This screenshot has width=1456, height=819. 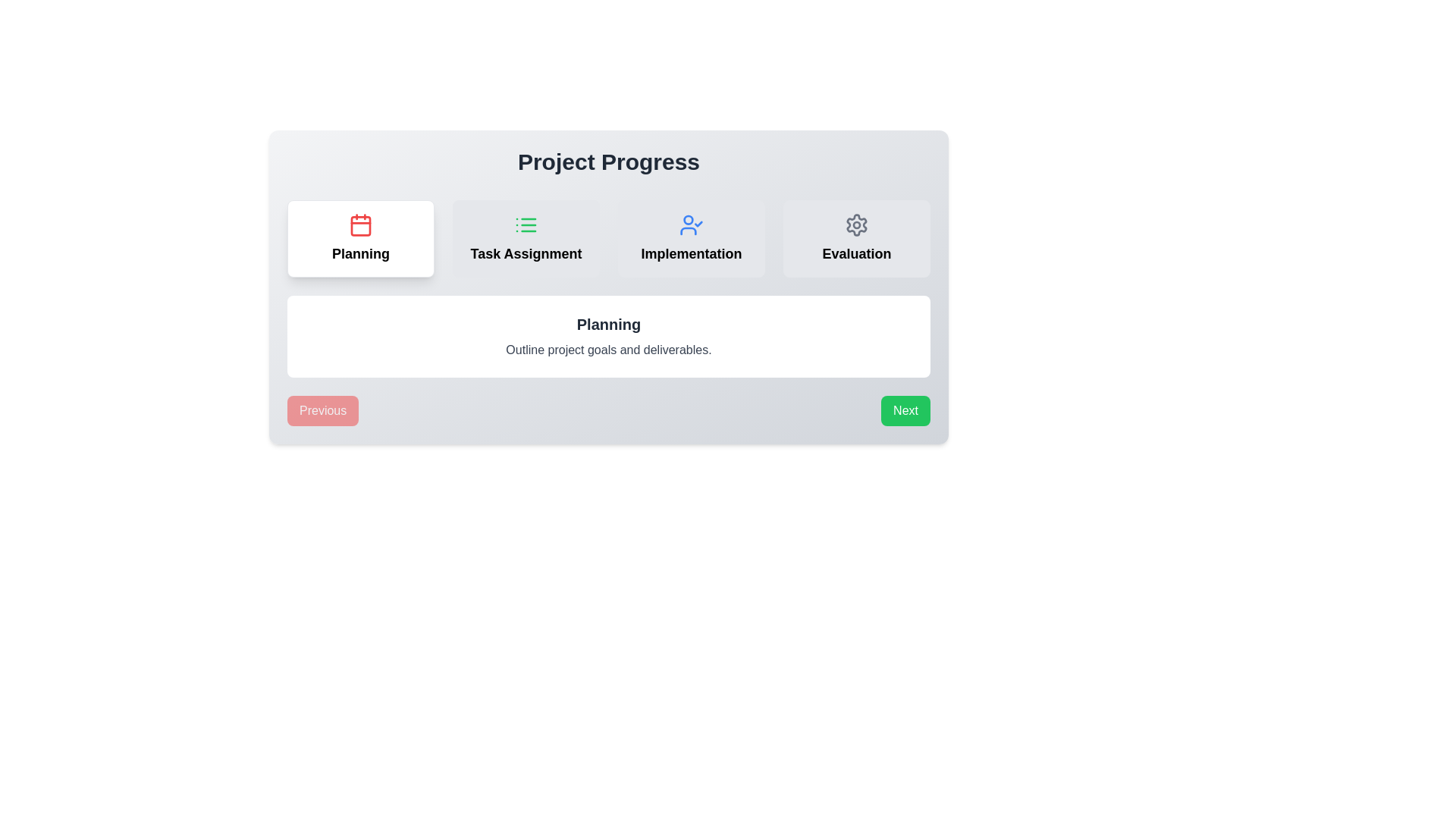 What do you see at coordinates (322, 411) in the screenshot?
I see `the 'Previous' button, which is a red button with white text, located at the bottom left corner of a card-like layout` at bounding box center [322, 411].